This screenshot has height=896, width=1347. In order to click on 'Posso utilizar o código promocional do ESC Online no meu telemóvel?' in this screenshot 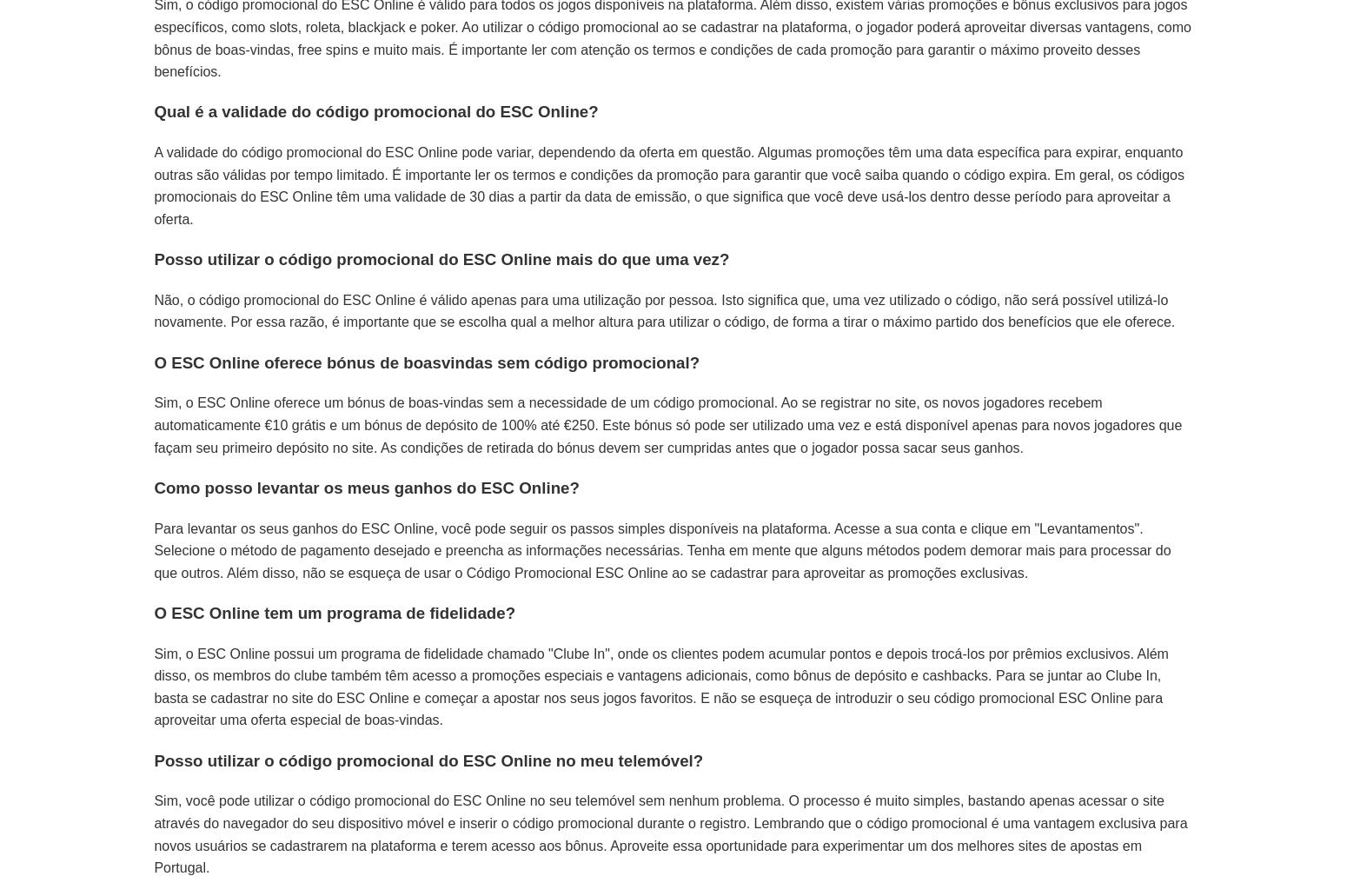, I will do `click(428, 760)`.